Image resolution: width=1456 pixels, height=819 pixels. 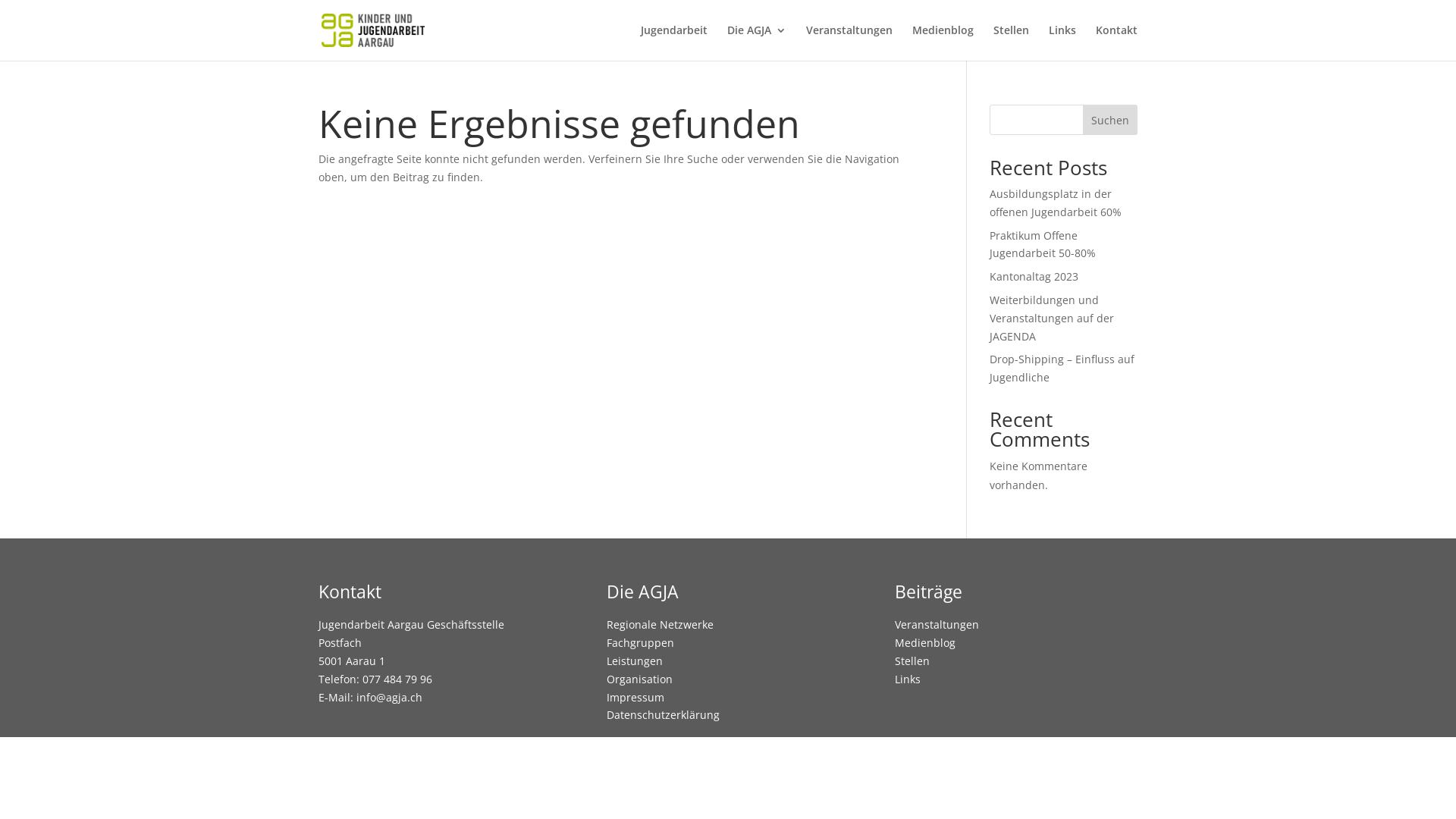 What do you see at coordinates (848, 42) in the screenshot?
I see `'Veranstaltungen'` at bounding box center [848, 42].